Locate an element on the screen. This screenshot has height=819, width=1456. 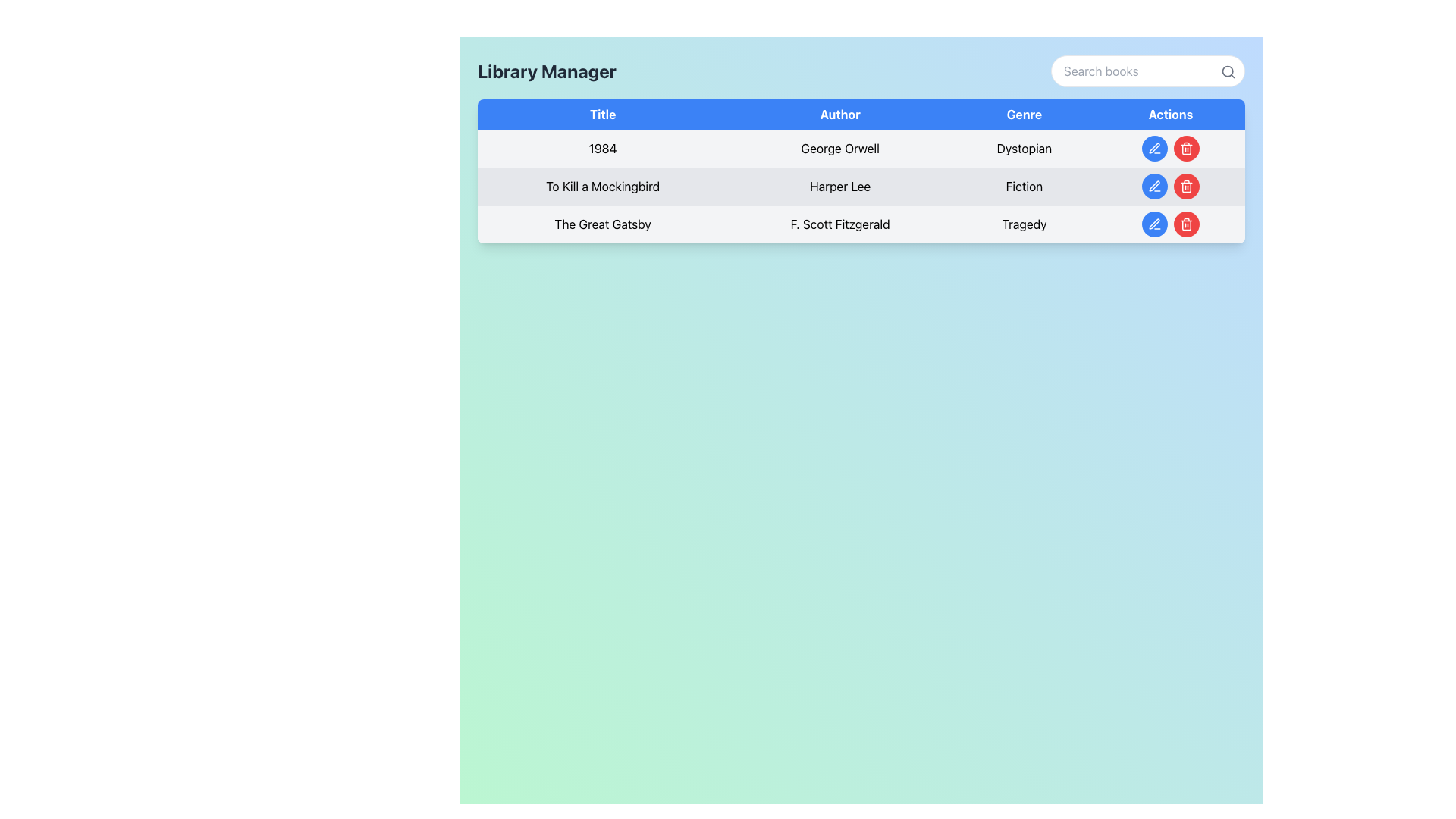
the text label displaying 'Fiction' in the third column of the second row of the table, which is associated with the book 'To Kill a Mockingbird' is located at coordinates (1024, 186).